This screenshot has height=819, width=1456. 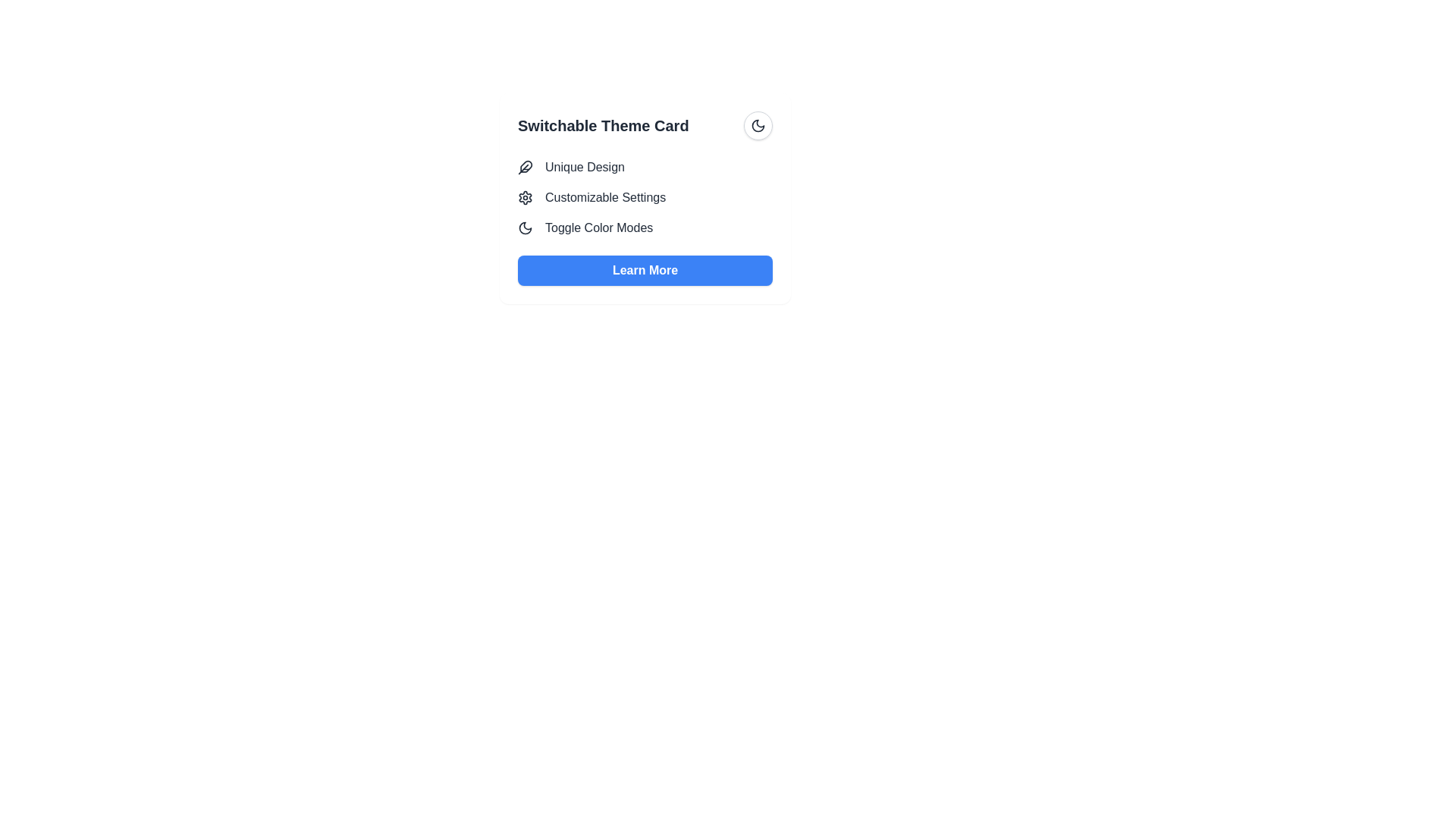 What do you see at coordinates (758, 124) in the screenshot?
I see `the moon-shaped icon` at bounding box center [758, 124].